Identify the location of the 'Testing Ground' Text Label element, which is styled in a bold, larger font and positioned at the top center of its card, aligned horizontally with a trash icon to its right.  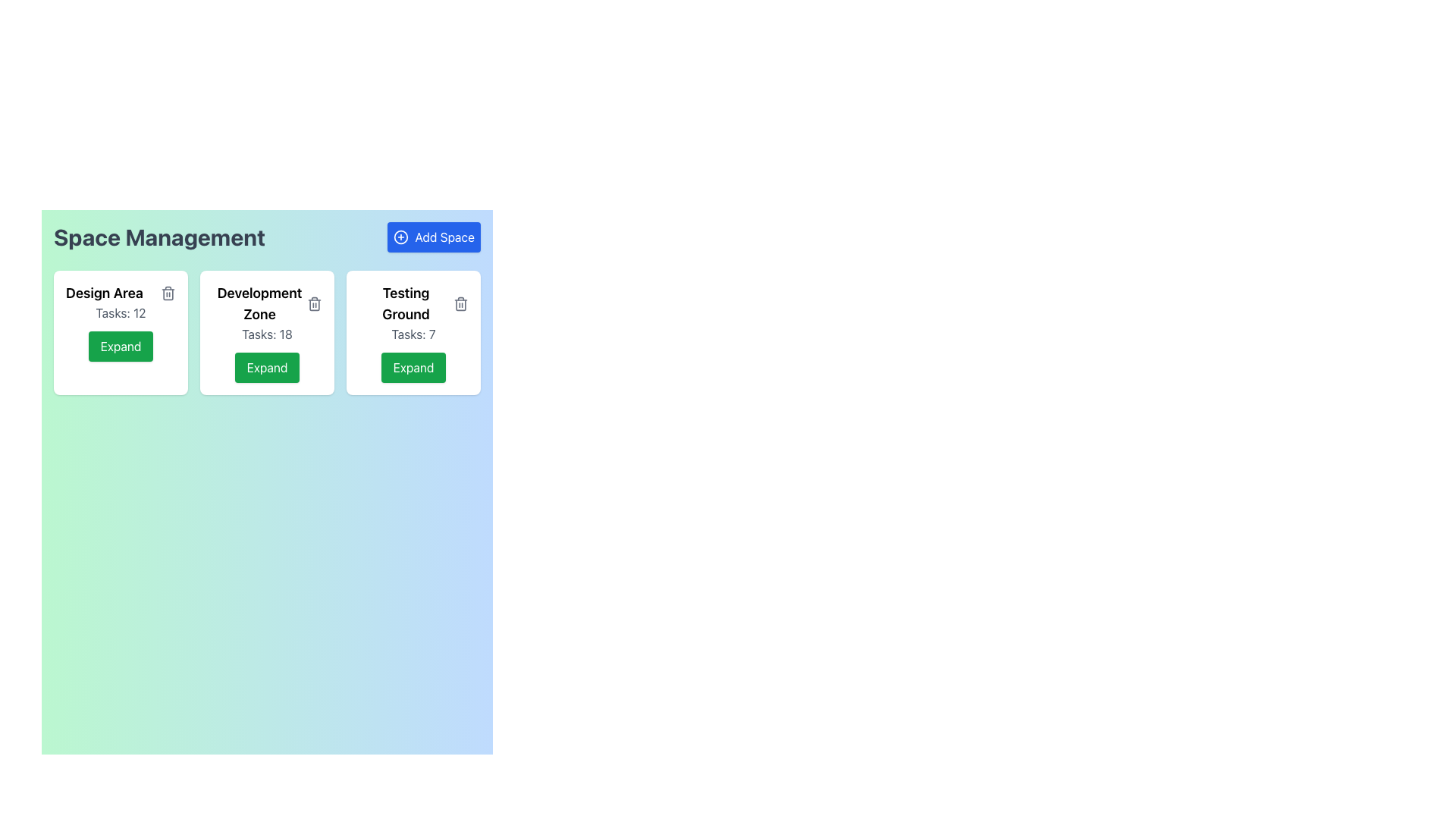
(413, 304).